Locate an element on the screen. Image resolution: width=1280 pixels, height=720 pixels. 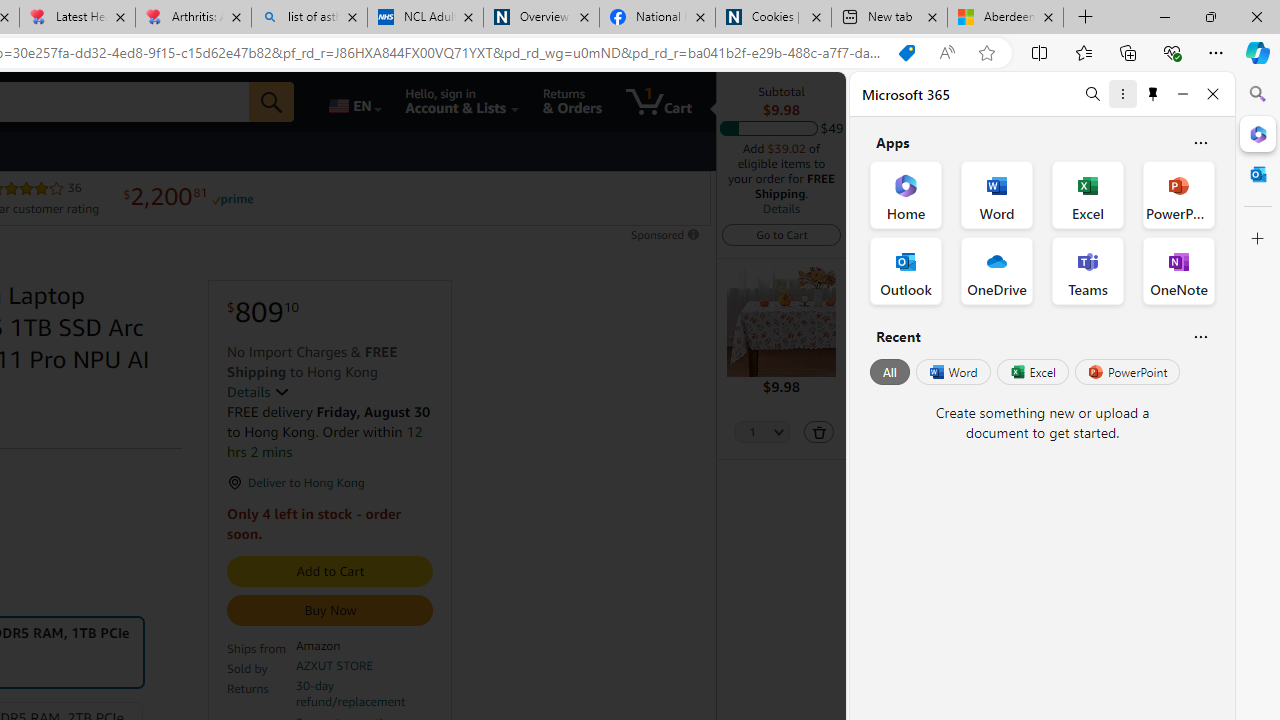
'Choose a language for shopping.' is located at coordinates (353, 101).